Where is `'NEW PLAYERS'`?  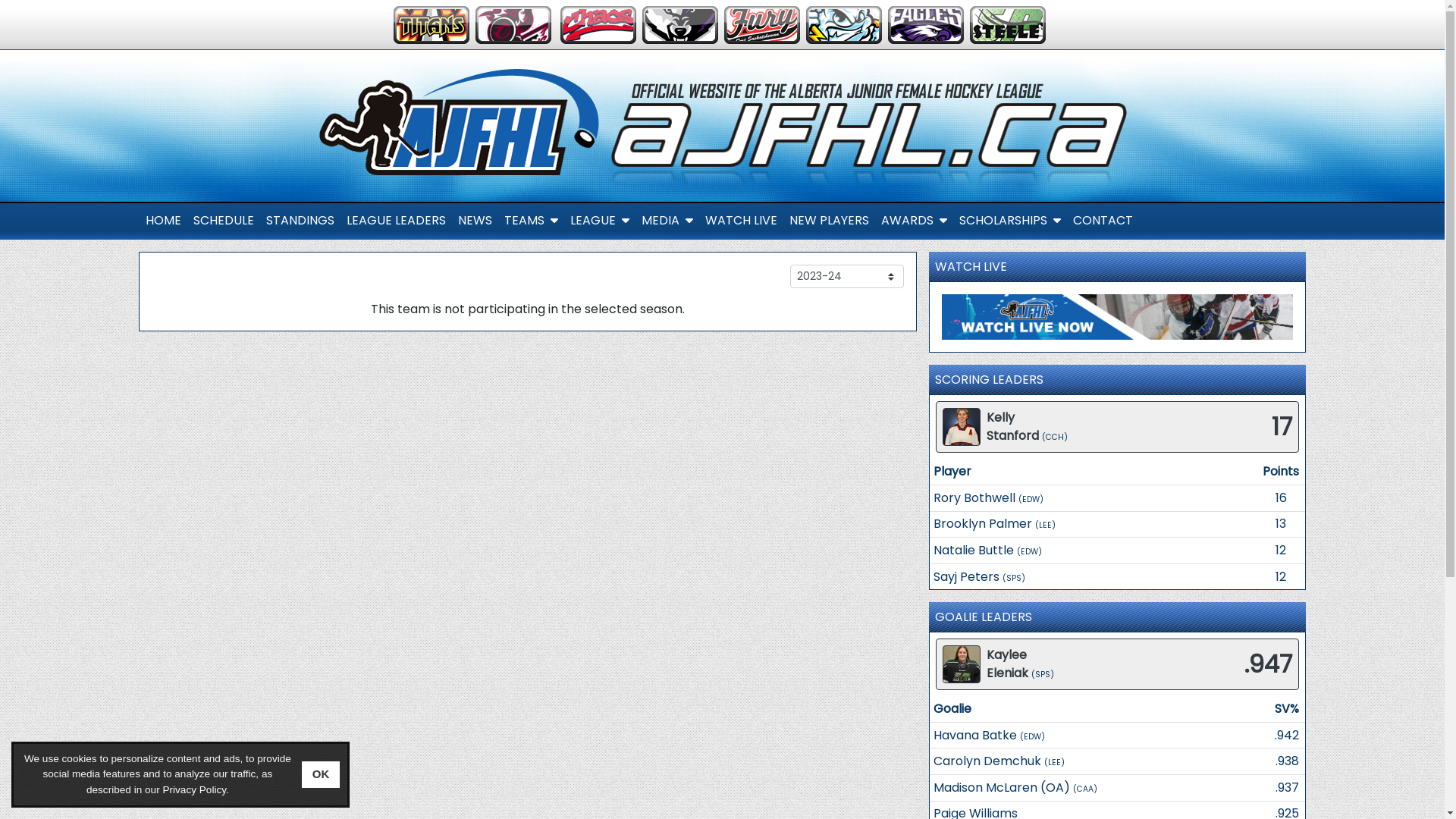
'NEW PLAYERS' is located at coordinates (783, 220).